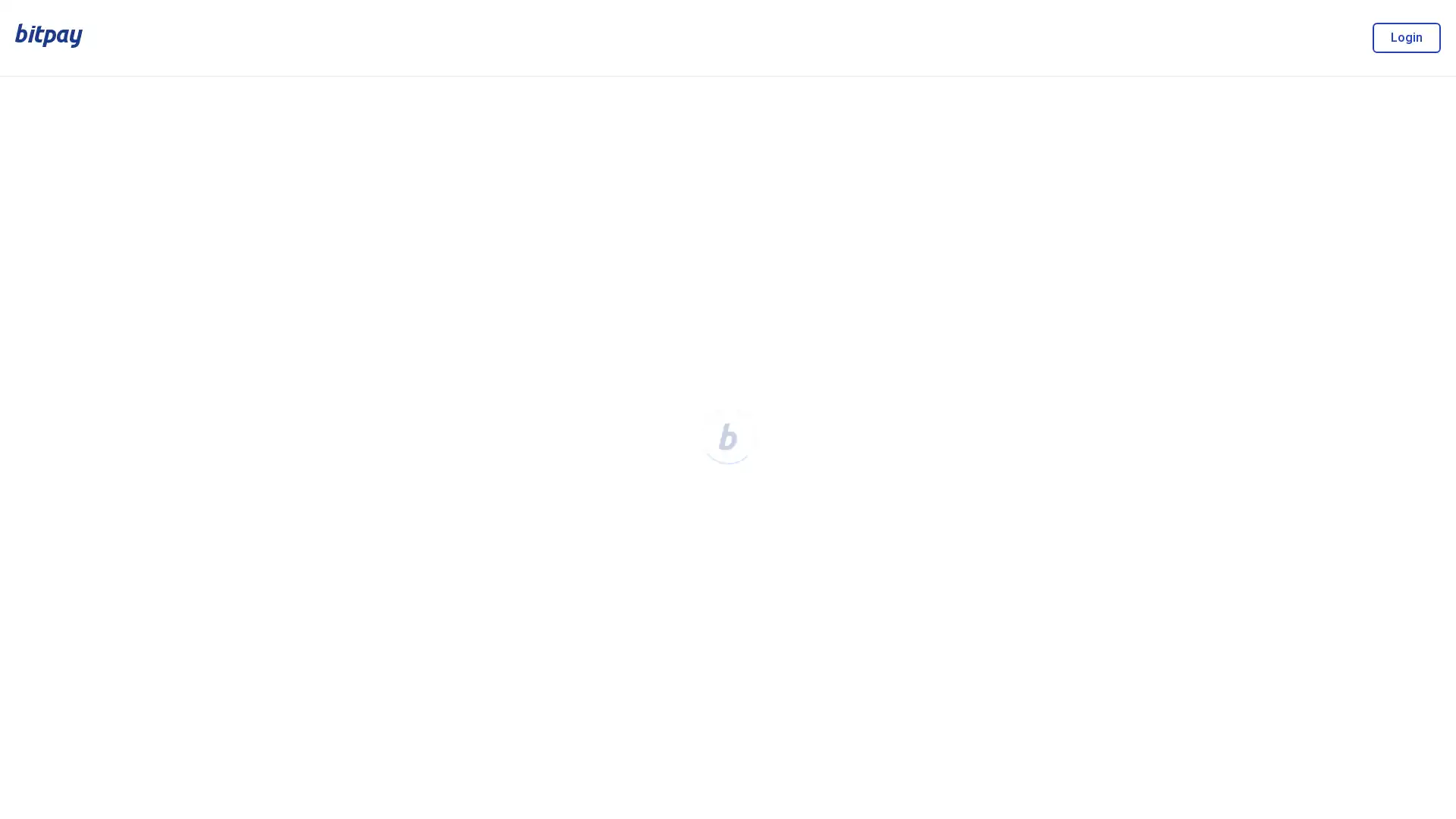 The image size is (1456, 819). Describe the element at coordinates (1405, 37) in the screenshot. I see `Login` at that location.